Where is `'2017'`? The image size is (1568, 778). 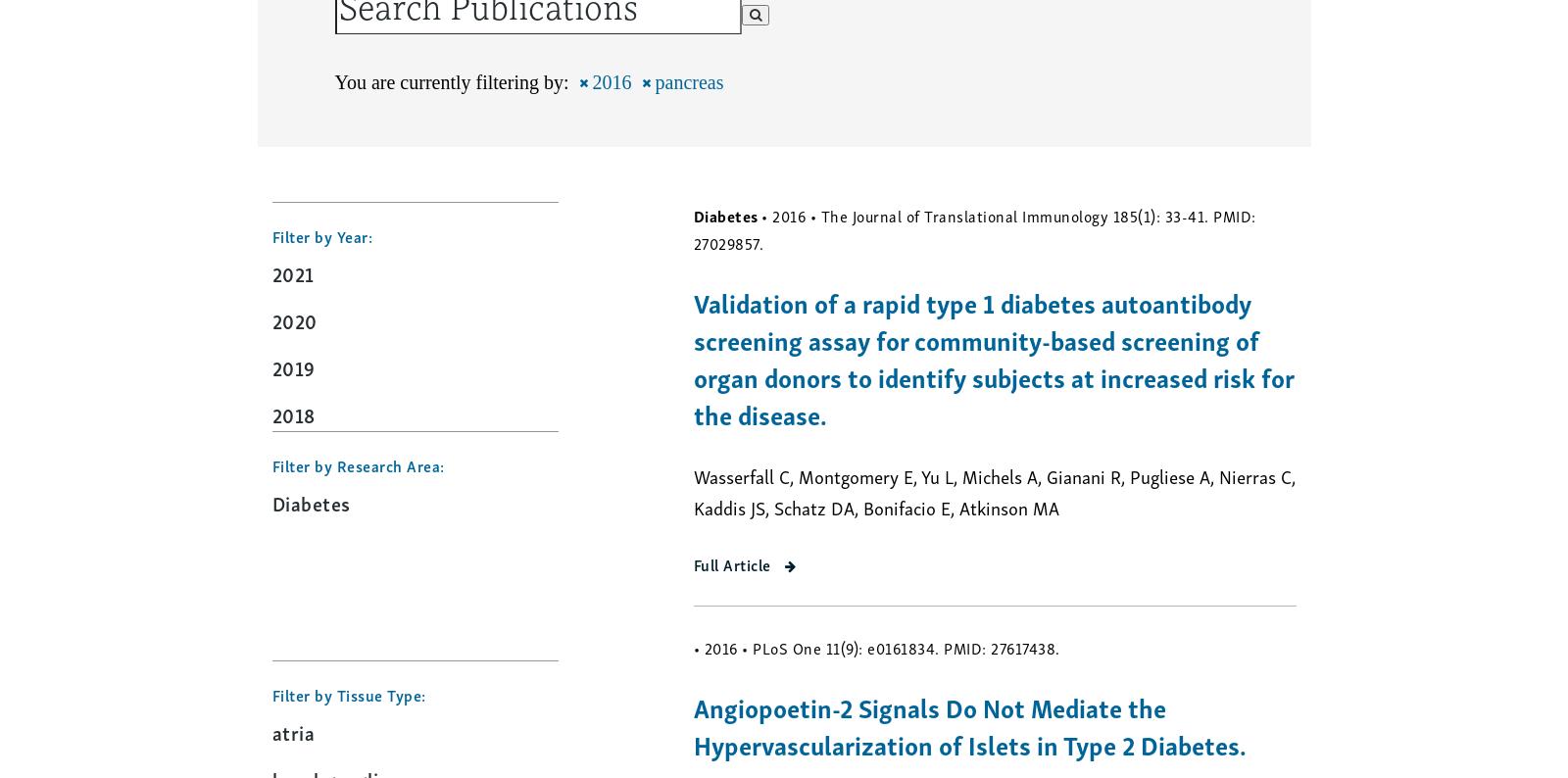
'2017' is located at coordinates (292, 460).